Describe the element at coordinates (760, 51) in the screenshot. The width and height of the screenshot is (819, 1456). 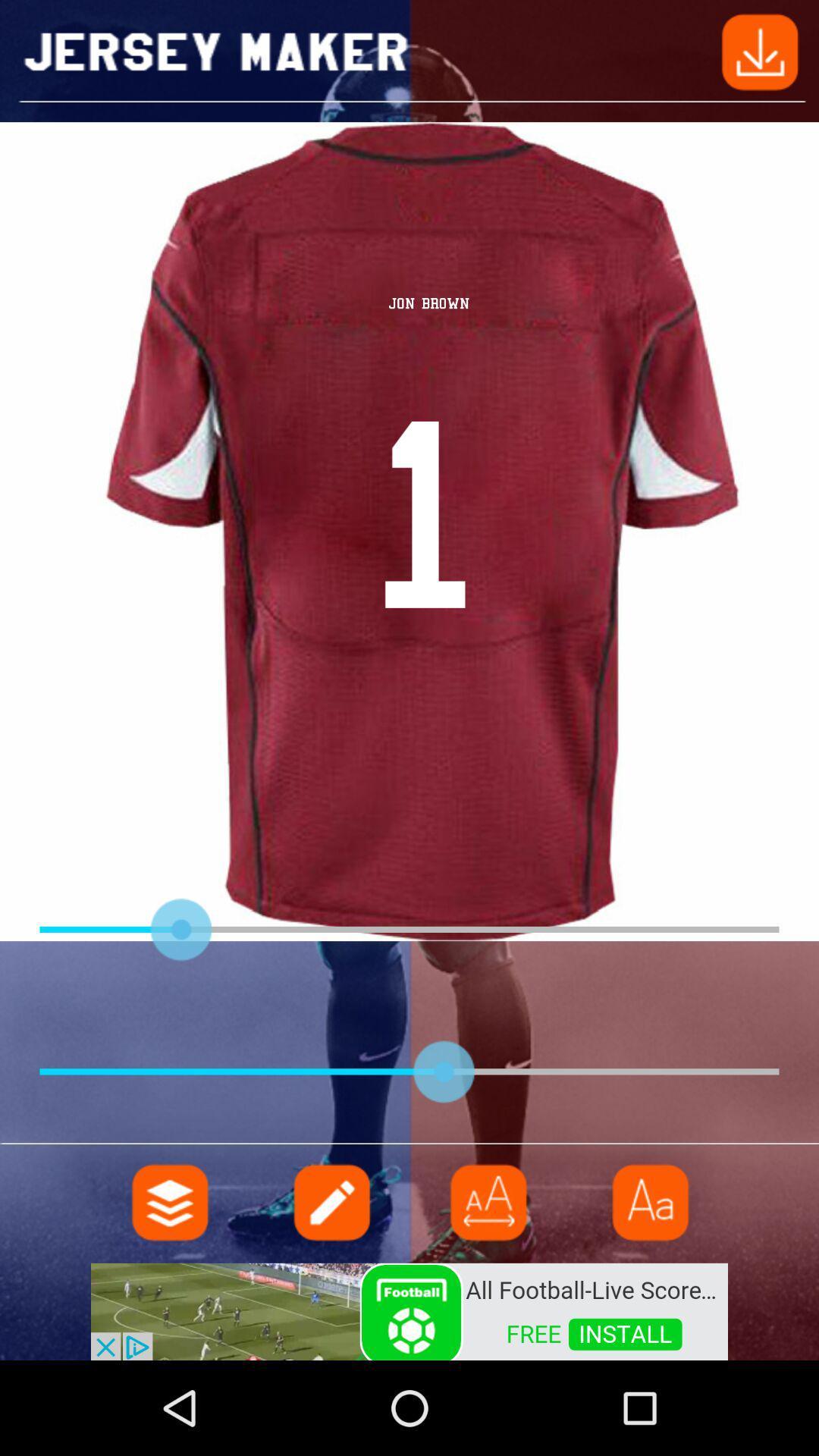
I see `go back` at that location.